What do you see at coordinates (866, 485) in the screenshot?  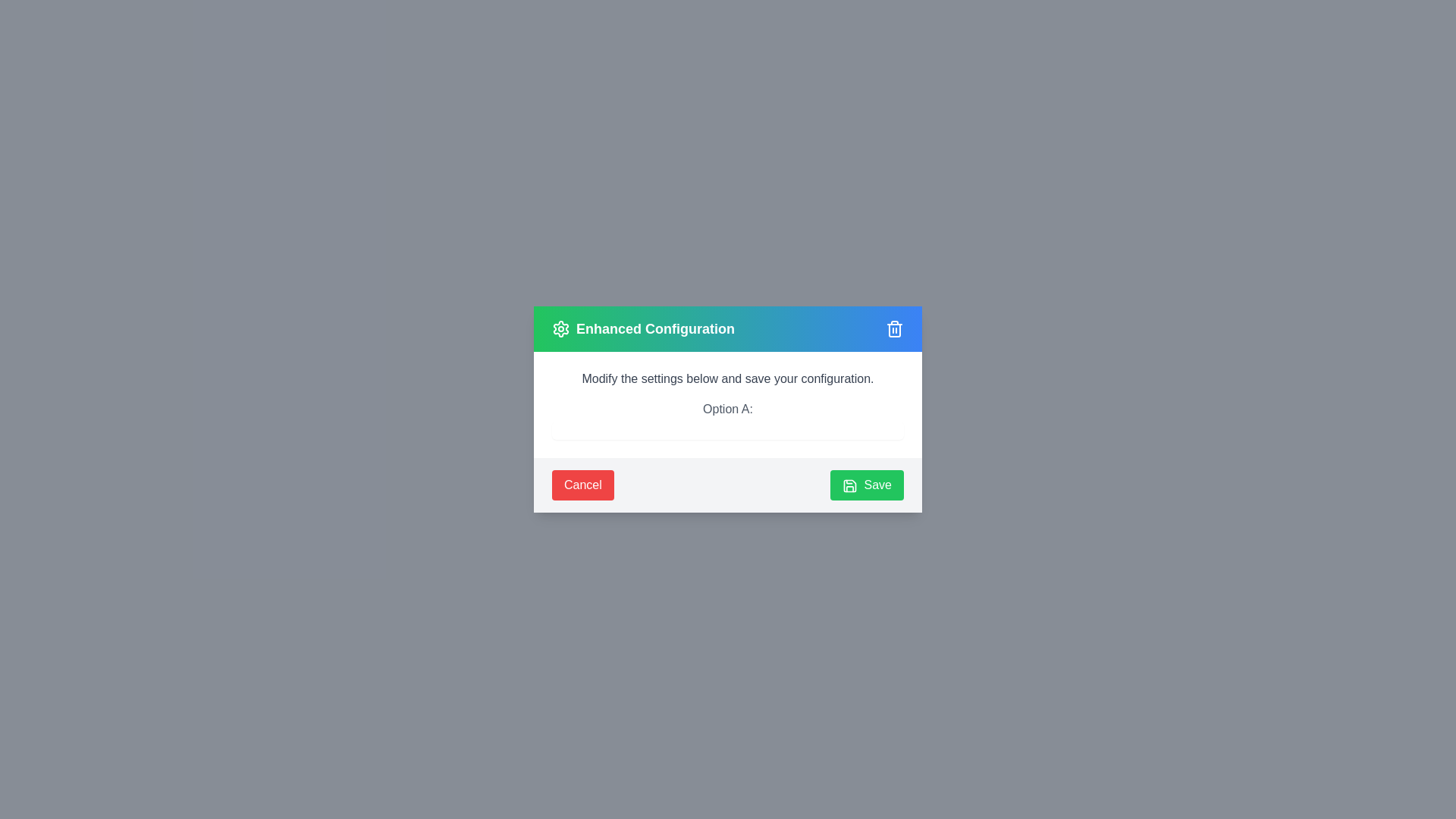 I see `the 'Save' button to save the configuration` at bounding box center [866, 485].